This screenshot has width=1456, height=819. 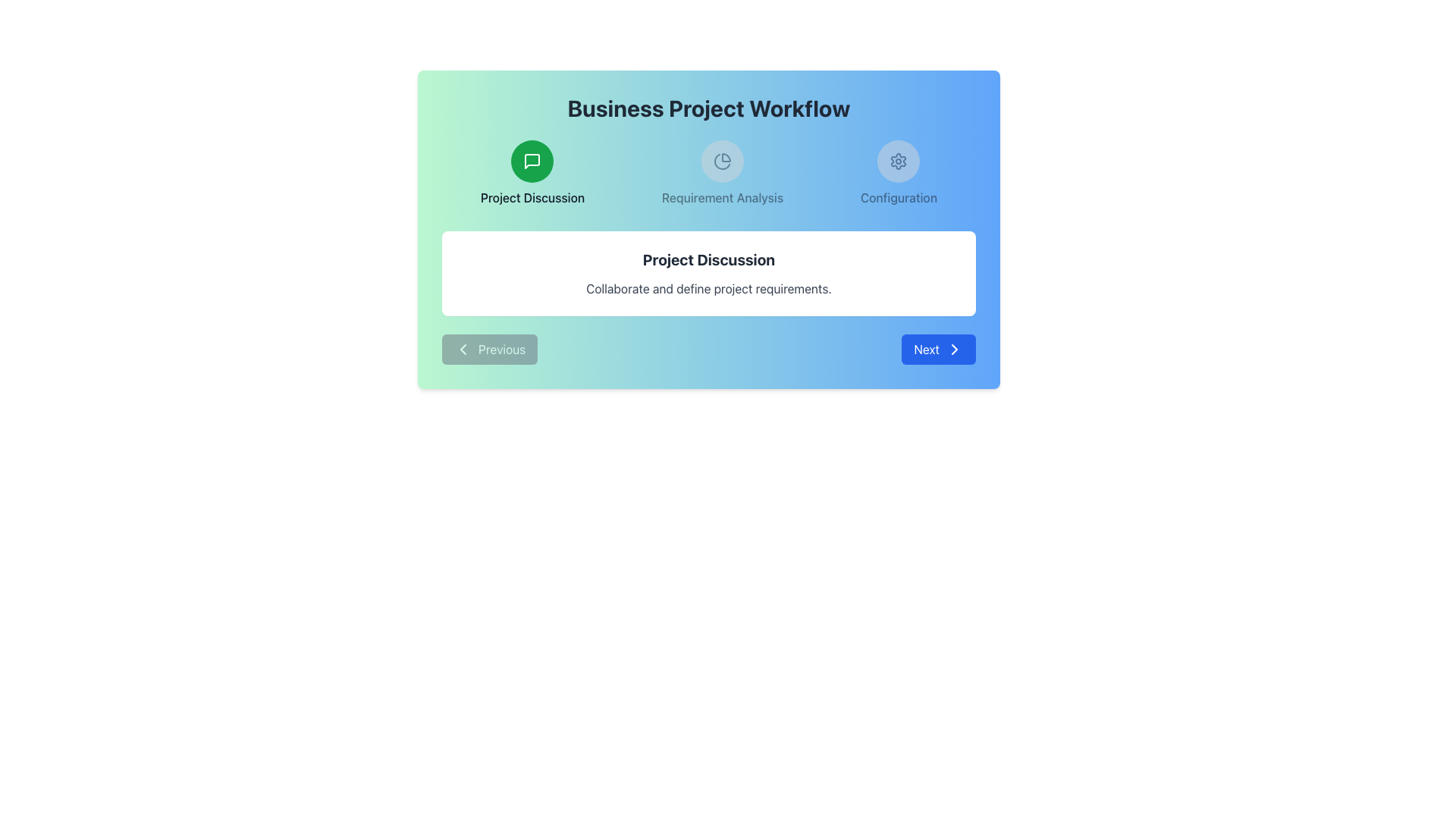 What do you see at coordinates (532, 161) in the screenshot?
I see `the green circular icon with a white speech bubble, which is the leftmost of three icons representing workflow stages, located at the top of the interface above the 'Project Discussion' text label` at bounding box center [532, 161].